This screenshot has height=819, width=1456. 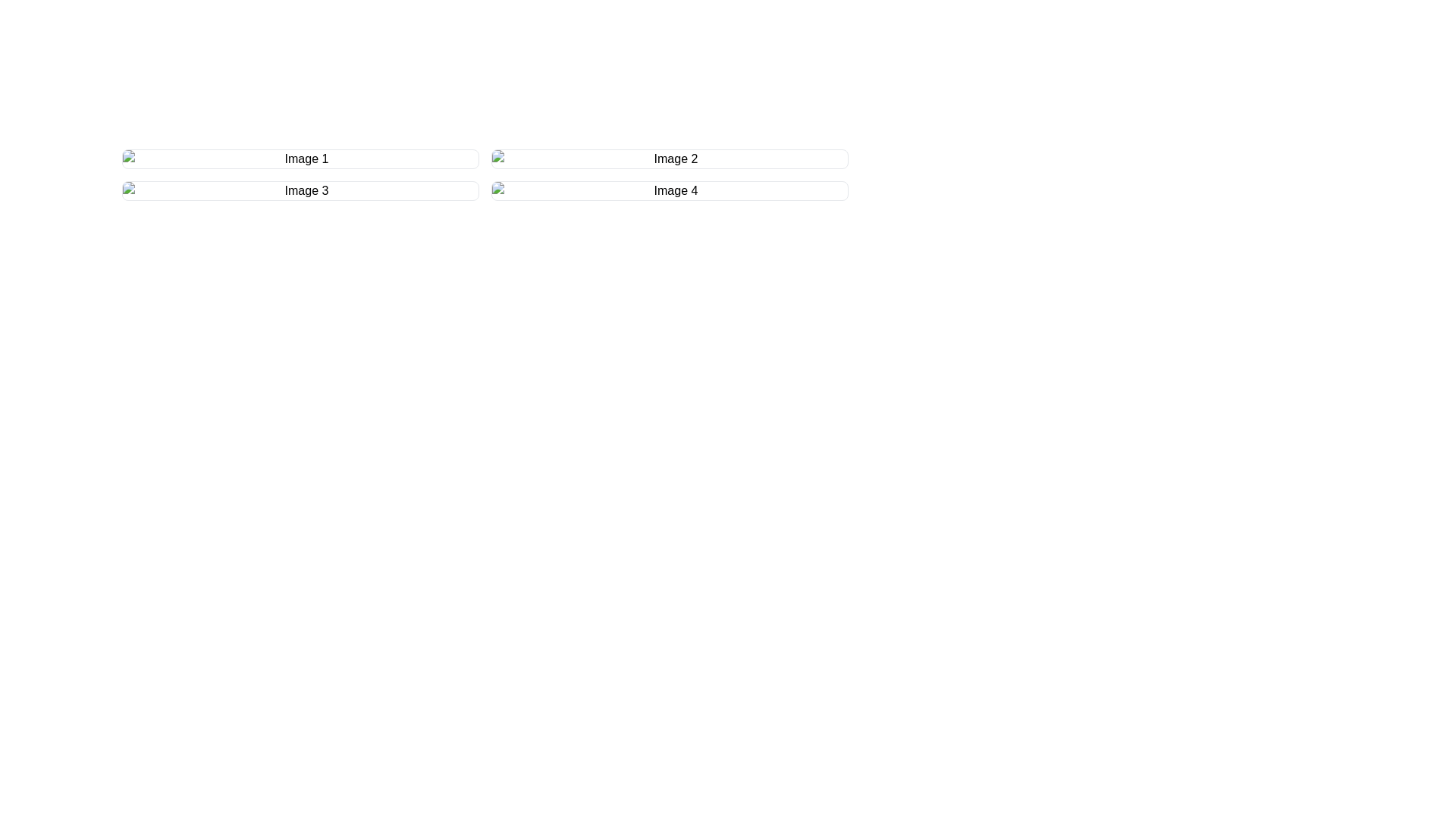 What do you see at coordinates (300, 158) in the screenshot?
I see `the image placeholder labeled 'Image 1' located in the top-left corner of the grid` at bounding box center [300, 158].